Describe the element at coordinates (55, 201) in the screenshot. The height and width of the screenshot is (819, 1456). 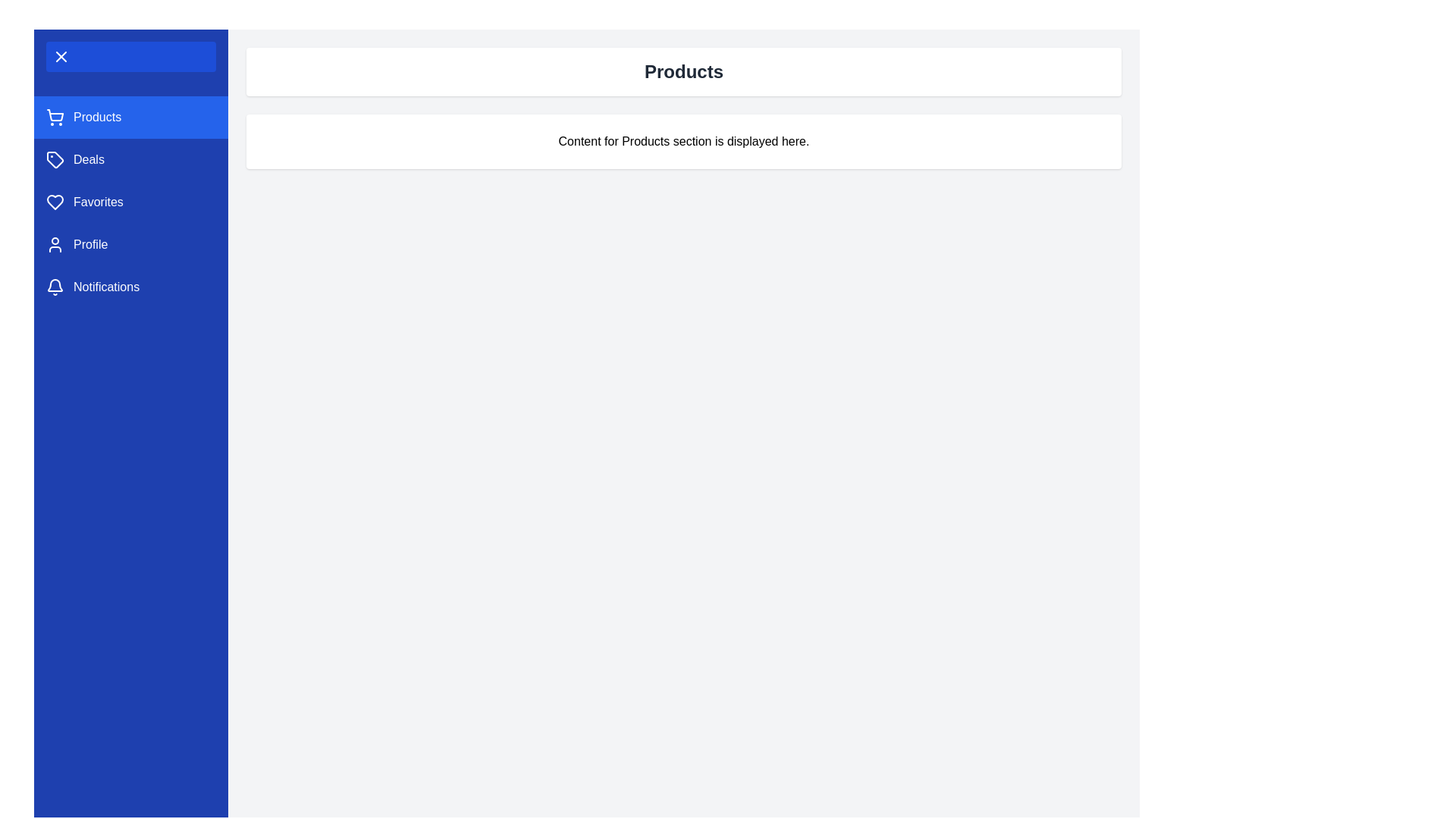
I see `the heart-shaped icon in the vertical navigation sidebar, which is part of the 'Favorites' menu item located to the left of the 'Favorites' label` at that location.